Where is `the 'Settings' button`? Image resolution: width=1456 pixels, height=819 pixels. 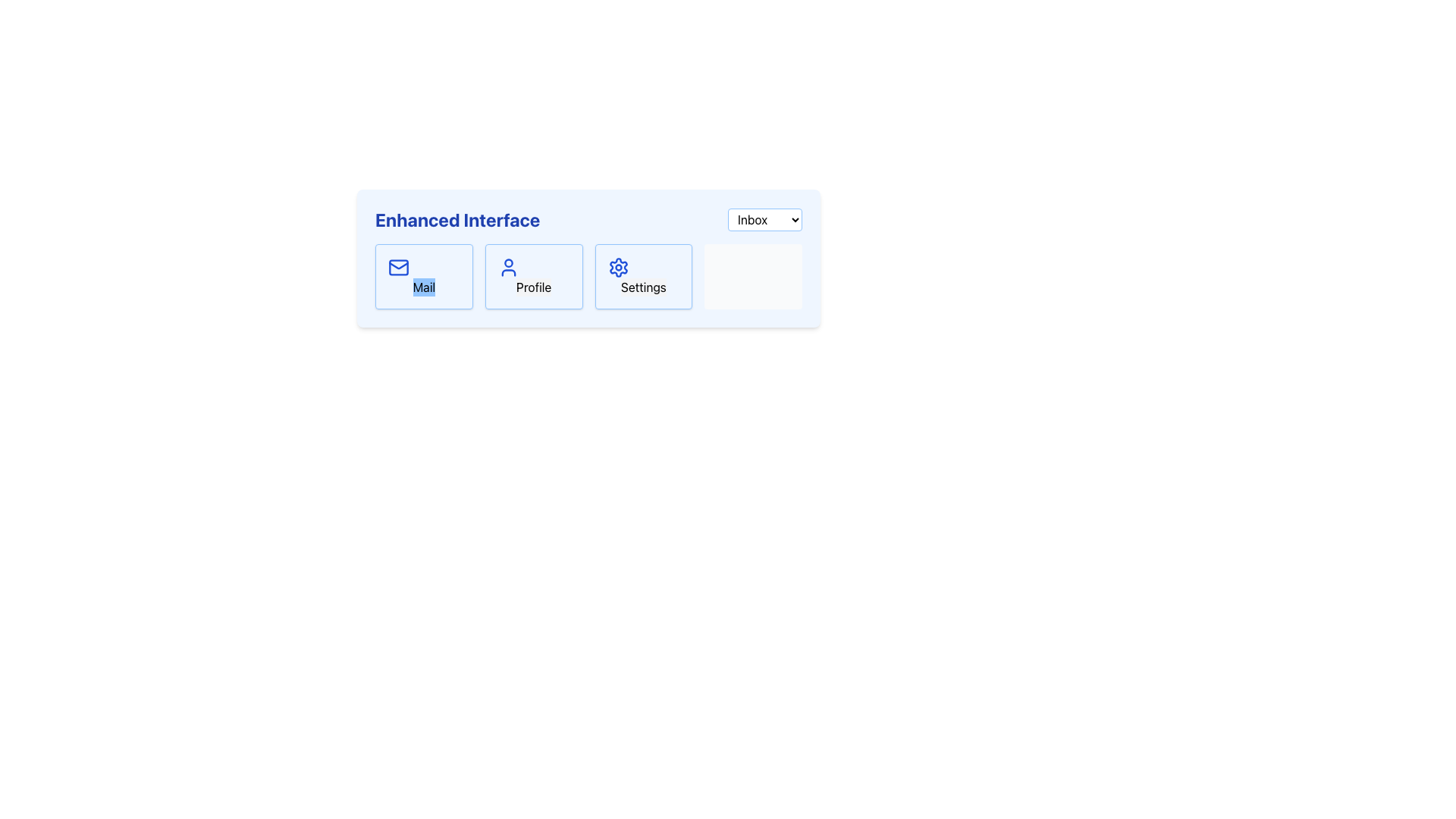
the 'Settings' button is located at coordinates (643, 277).